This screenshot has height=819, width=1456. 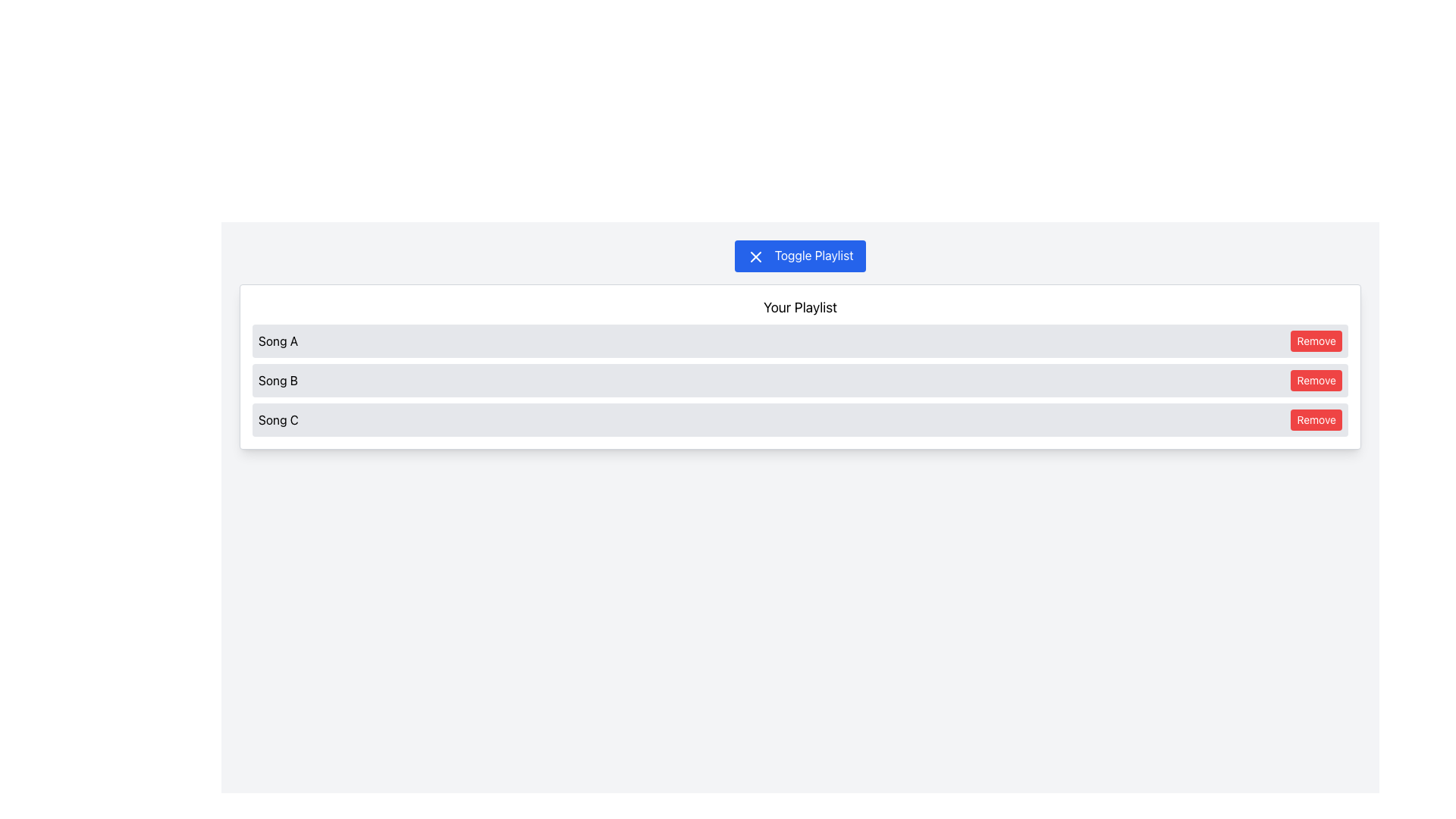 What do you see at coordinates (278, 340) in the screenshot?
I see `the song title text label located in the first row of the playlist, to the left of the 'Remove' button` at bounding box center [278, 340].